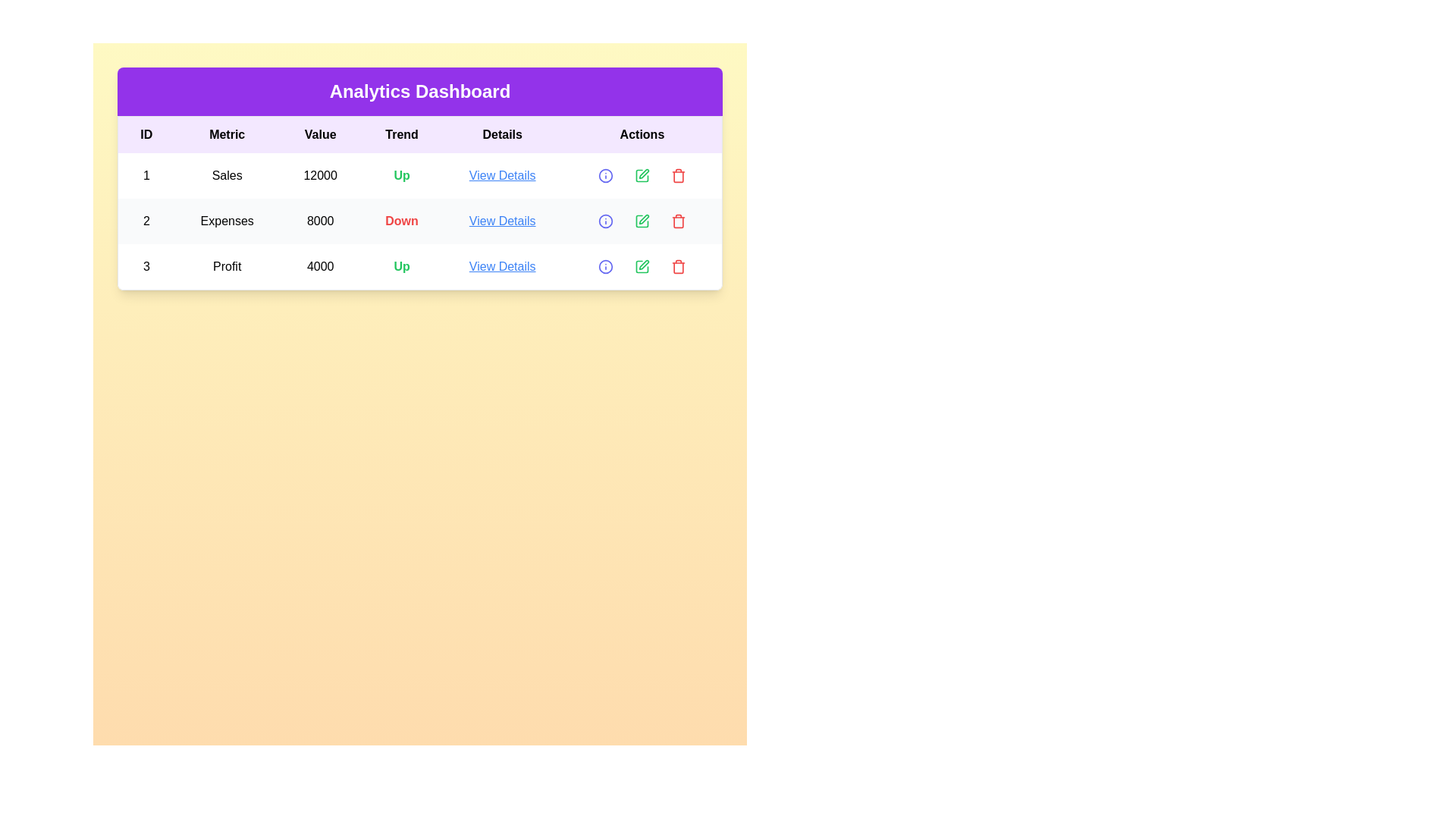  Describe the element at coordinates (502, 174) in the screenshot. I see `the hyperlink in the 'Details' column of the first row of the table` at that location.